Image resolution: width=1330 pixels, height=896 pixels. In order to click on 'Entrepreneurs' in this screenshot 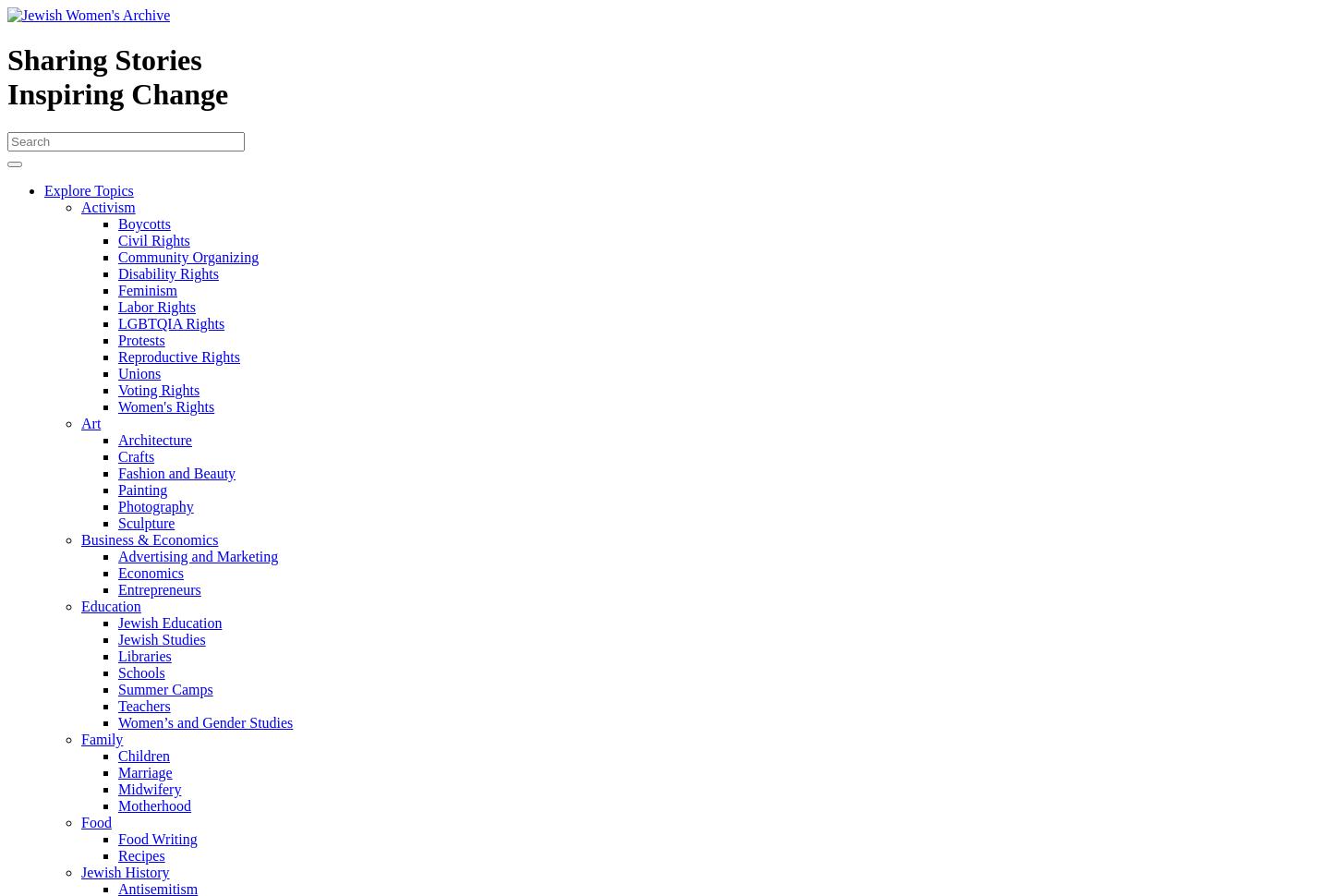, I will do `click(158, 587)`.